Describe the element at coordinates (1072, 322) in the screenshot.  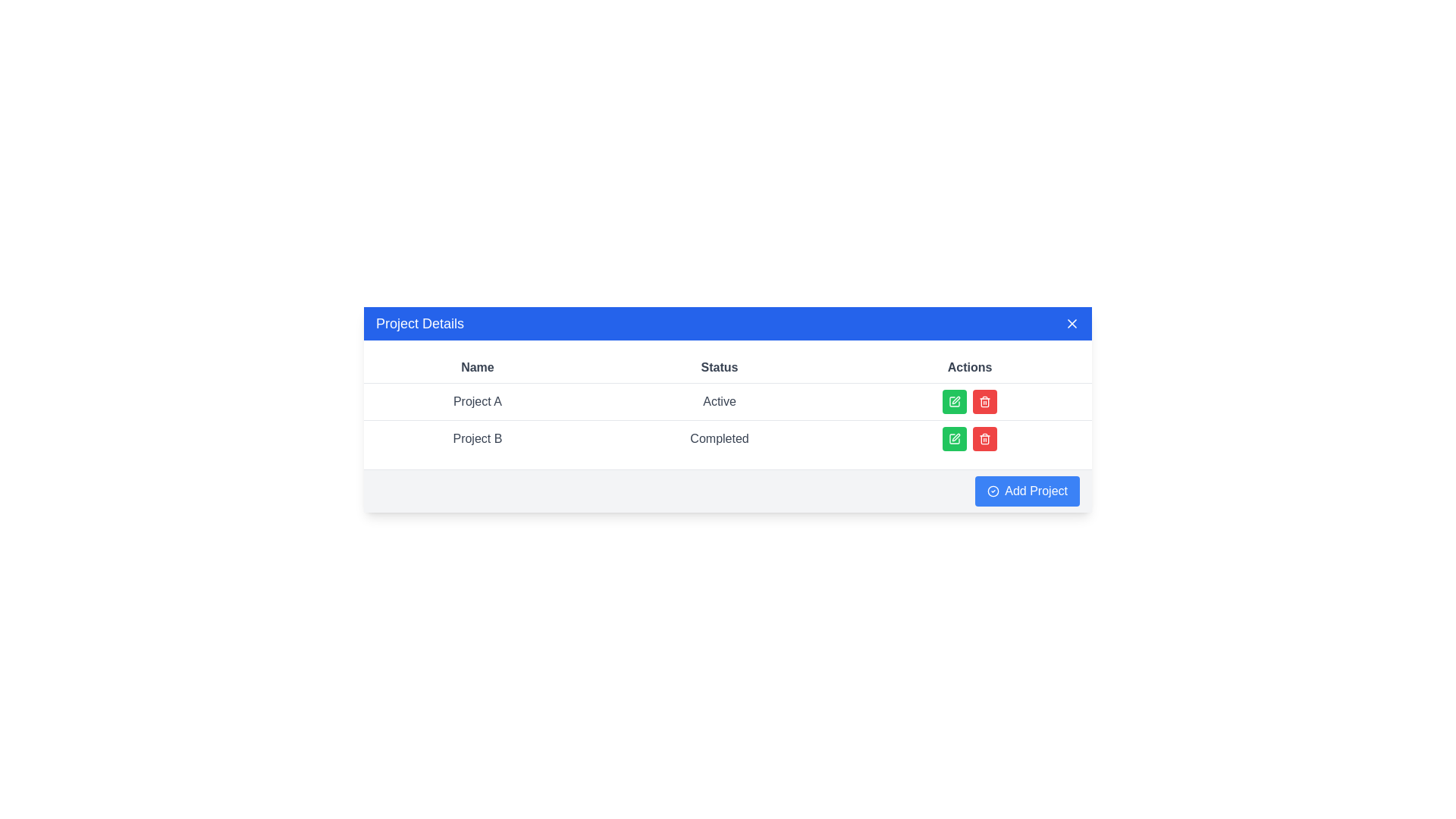
I see `the close button styled as an SVG icon located at the top-right corner of the 'Project Details' header to potentially display a tooltip` at that location.